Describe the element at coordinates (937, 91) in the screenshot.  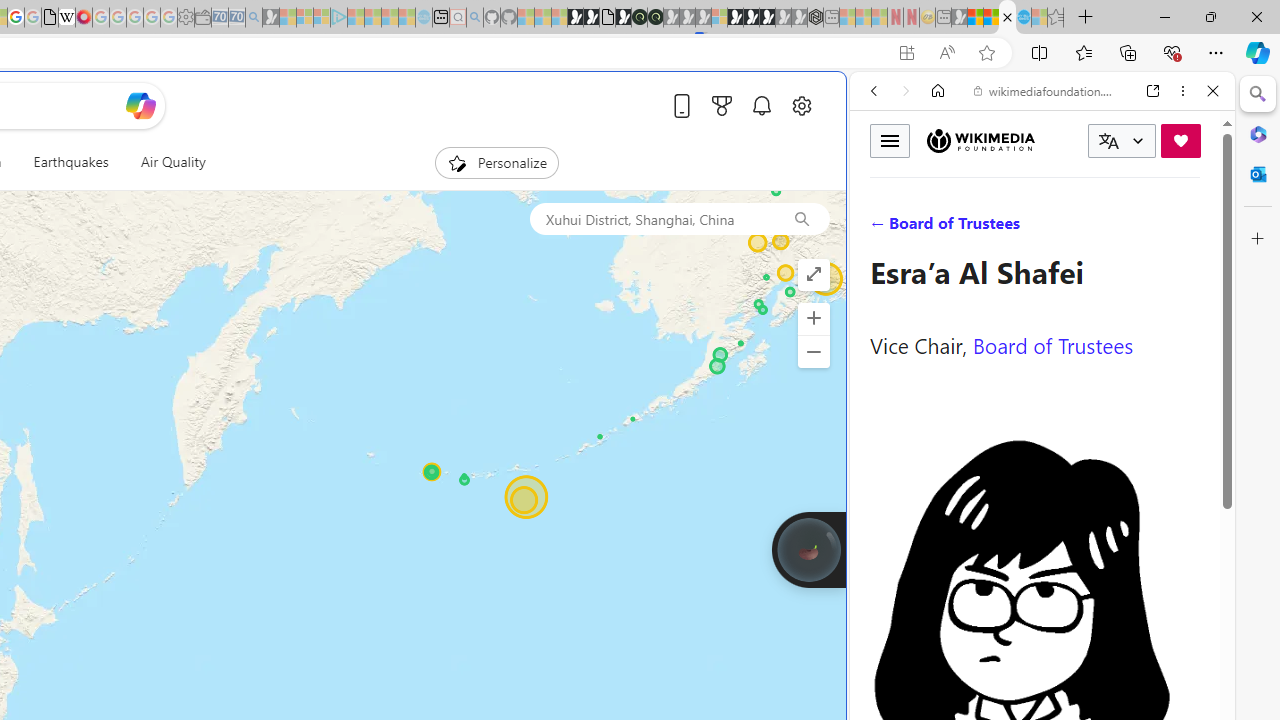
I see `'Home'` at that location.